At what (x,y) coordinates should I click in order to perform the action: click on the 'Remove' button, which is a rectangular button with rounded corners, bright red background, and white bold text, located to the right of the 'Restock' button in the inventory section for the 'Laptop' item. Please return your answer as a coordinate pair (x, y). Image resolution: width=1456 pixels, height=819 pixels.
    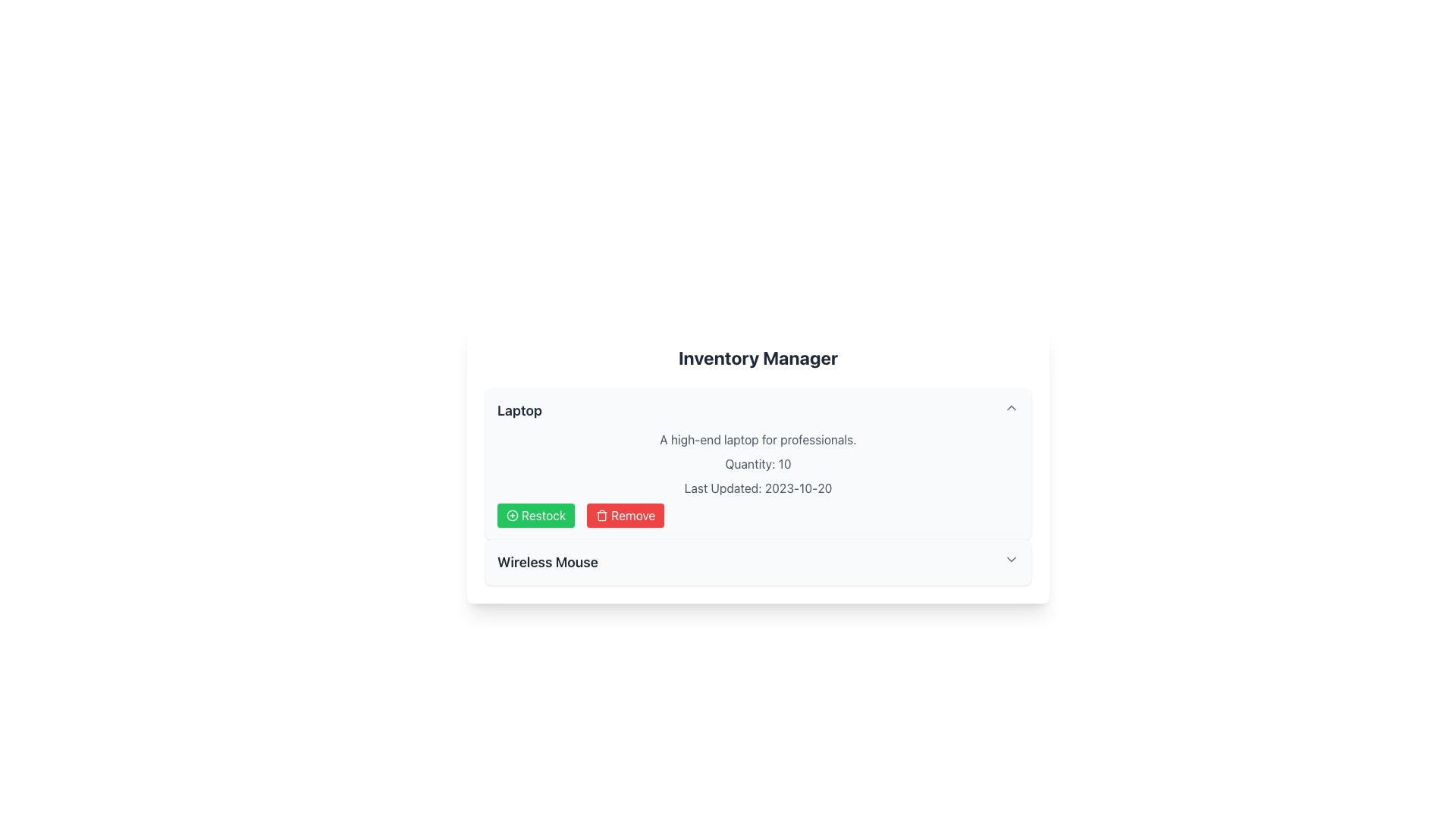
    Looking at the image, I should click on (626, 514).